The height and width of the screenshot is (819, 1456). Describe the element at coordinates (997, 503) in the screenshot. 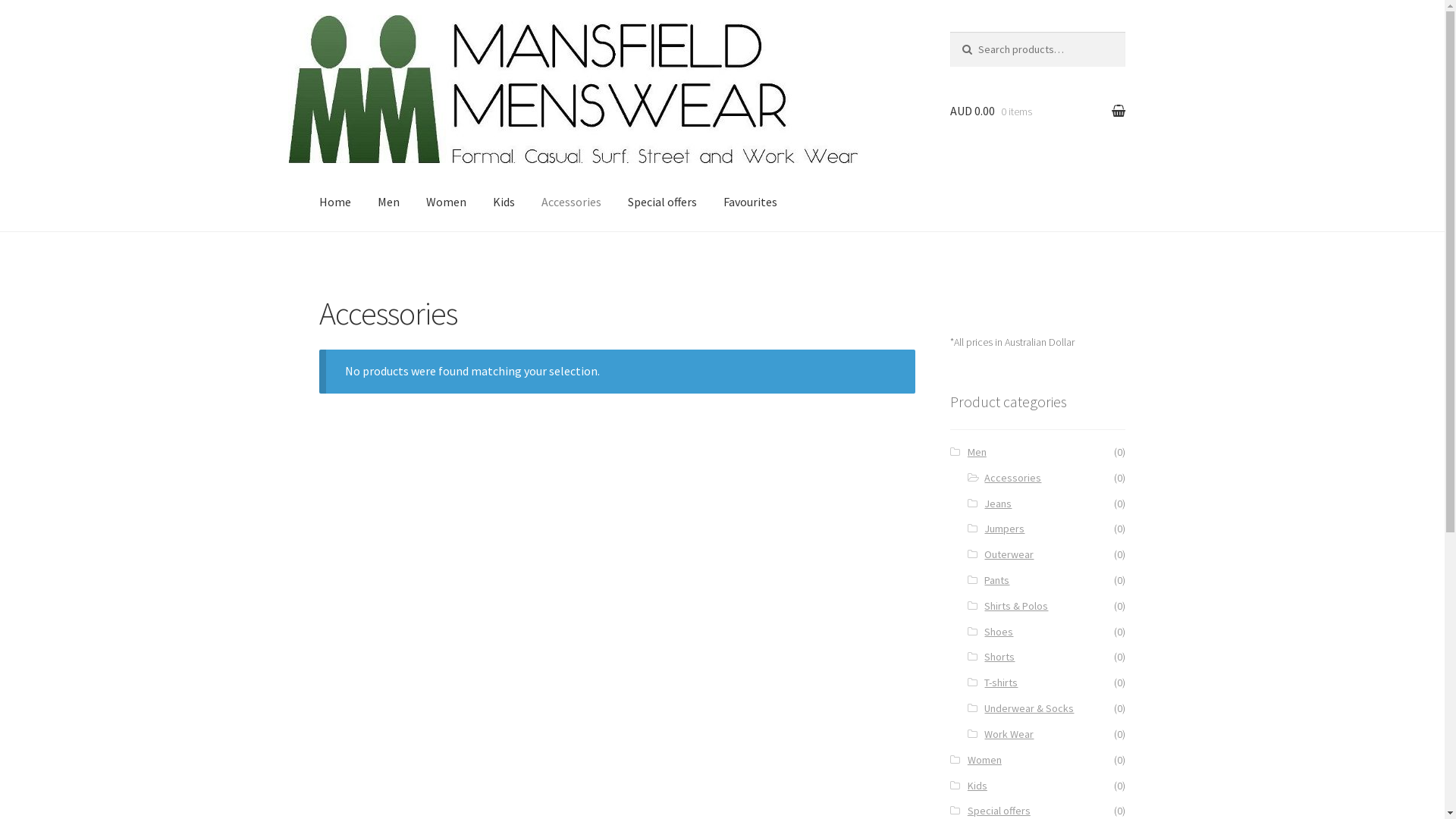

I see `'Jeans'` at that location.